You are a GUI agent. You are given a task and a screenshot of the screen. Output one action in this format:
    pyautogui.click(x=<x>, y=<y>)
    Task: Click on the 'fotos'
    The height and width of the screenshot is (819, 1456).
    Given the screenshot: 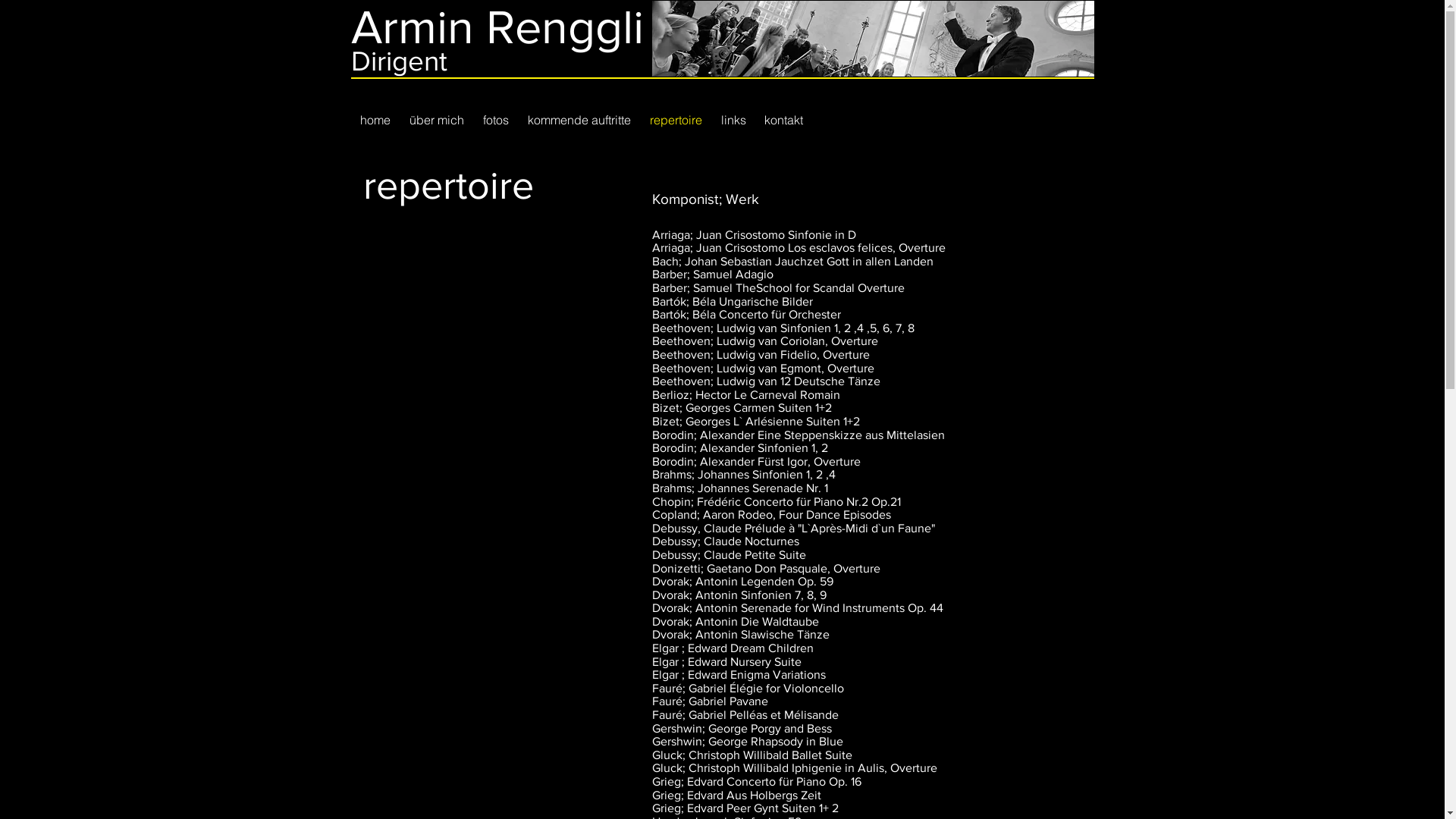 What is the action you would take?
    pyautogui.click(x=495, y=119)
    